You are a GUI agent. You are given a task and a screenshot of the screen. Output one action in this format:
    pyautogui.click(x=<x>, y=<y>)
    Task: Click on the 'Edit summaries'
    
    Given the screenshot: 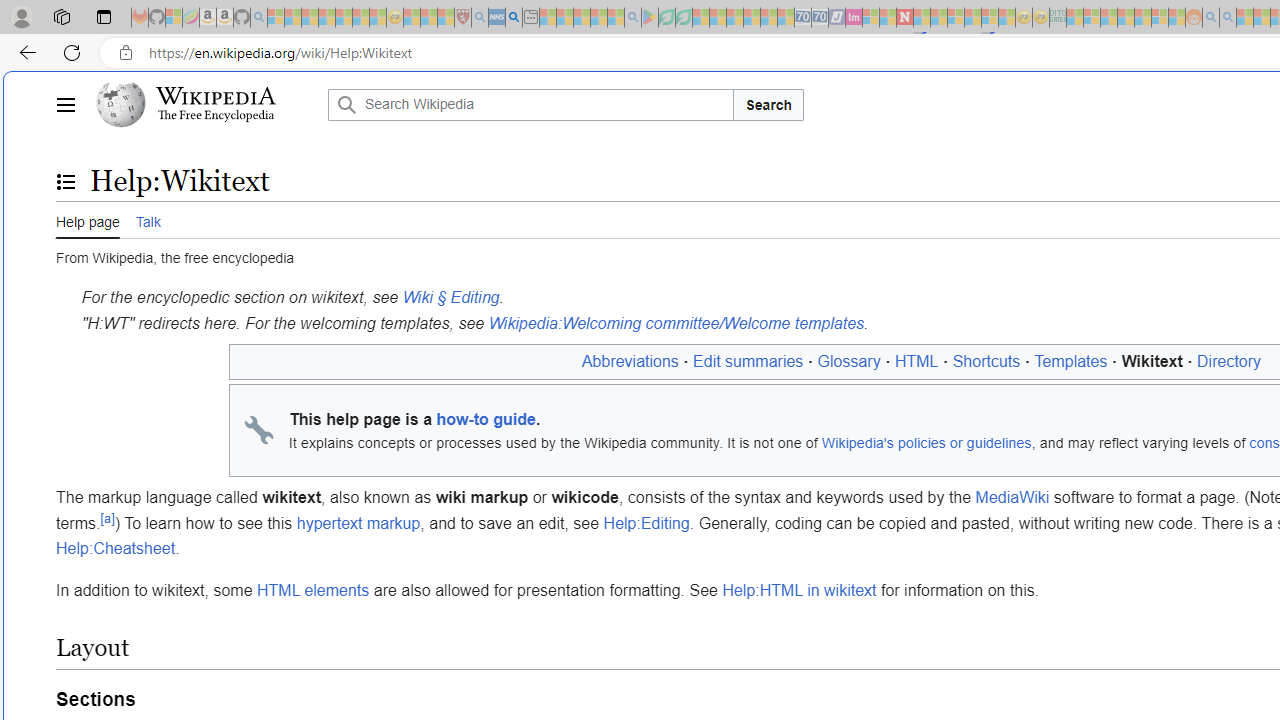 What is the action you would take?
    pyautogui.click(x=747, y=361)
    